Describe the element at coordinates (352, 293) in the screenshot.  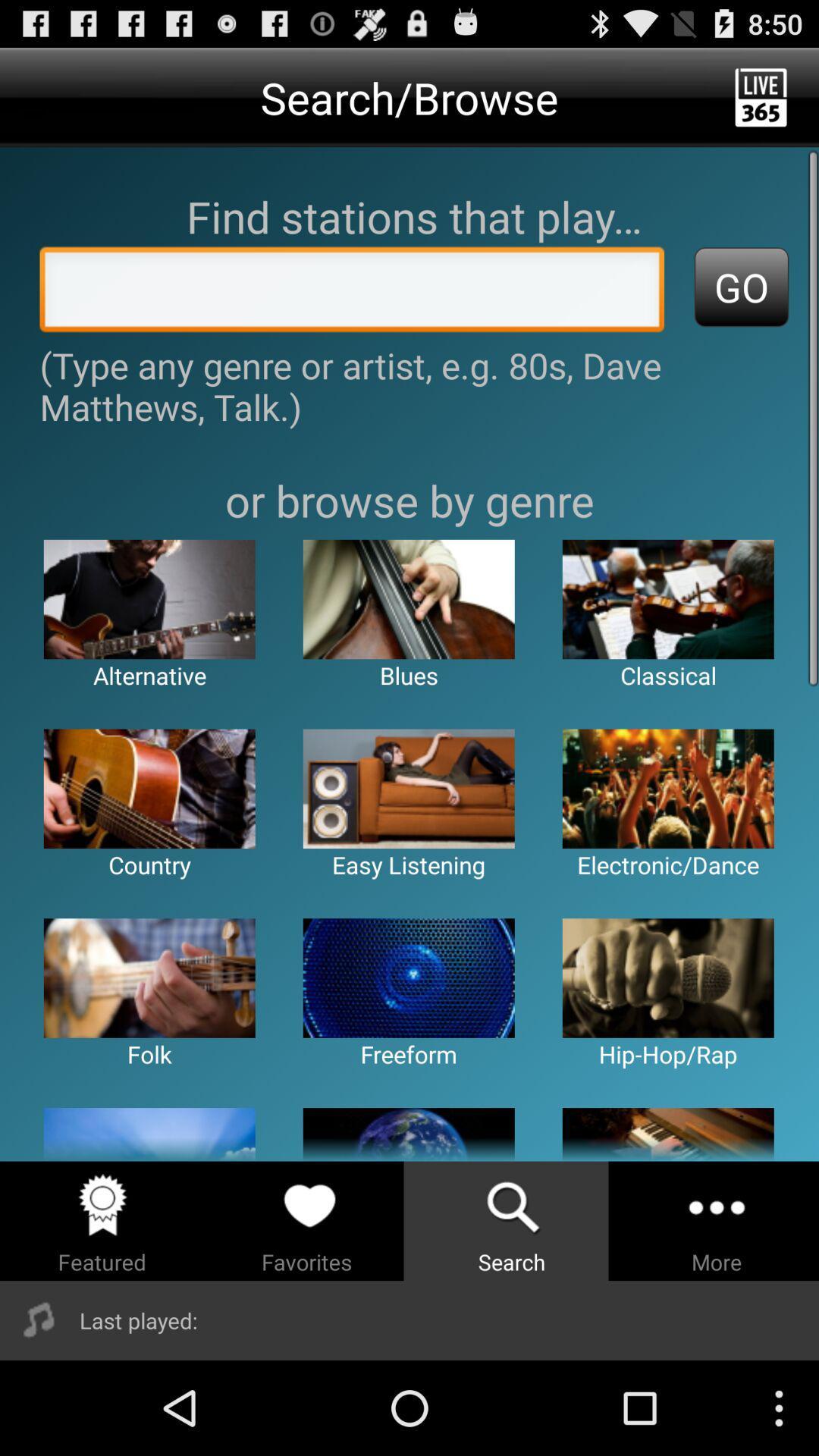
I see `search query` at that location.